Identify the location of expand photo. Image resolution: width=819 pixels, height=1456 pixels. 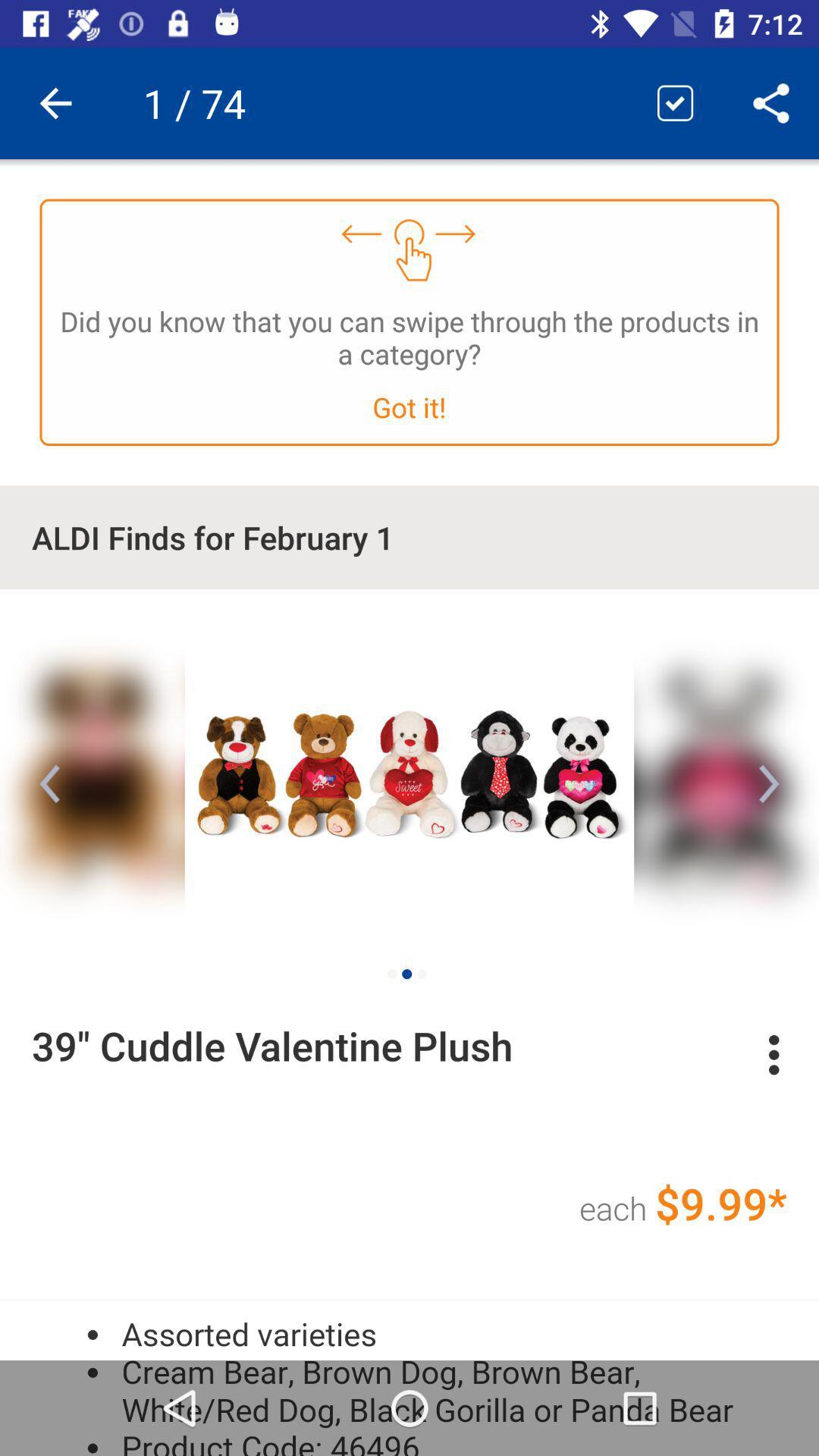
(409, 771).